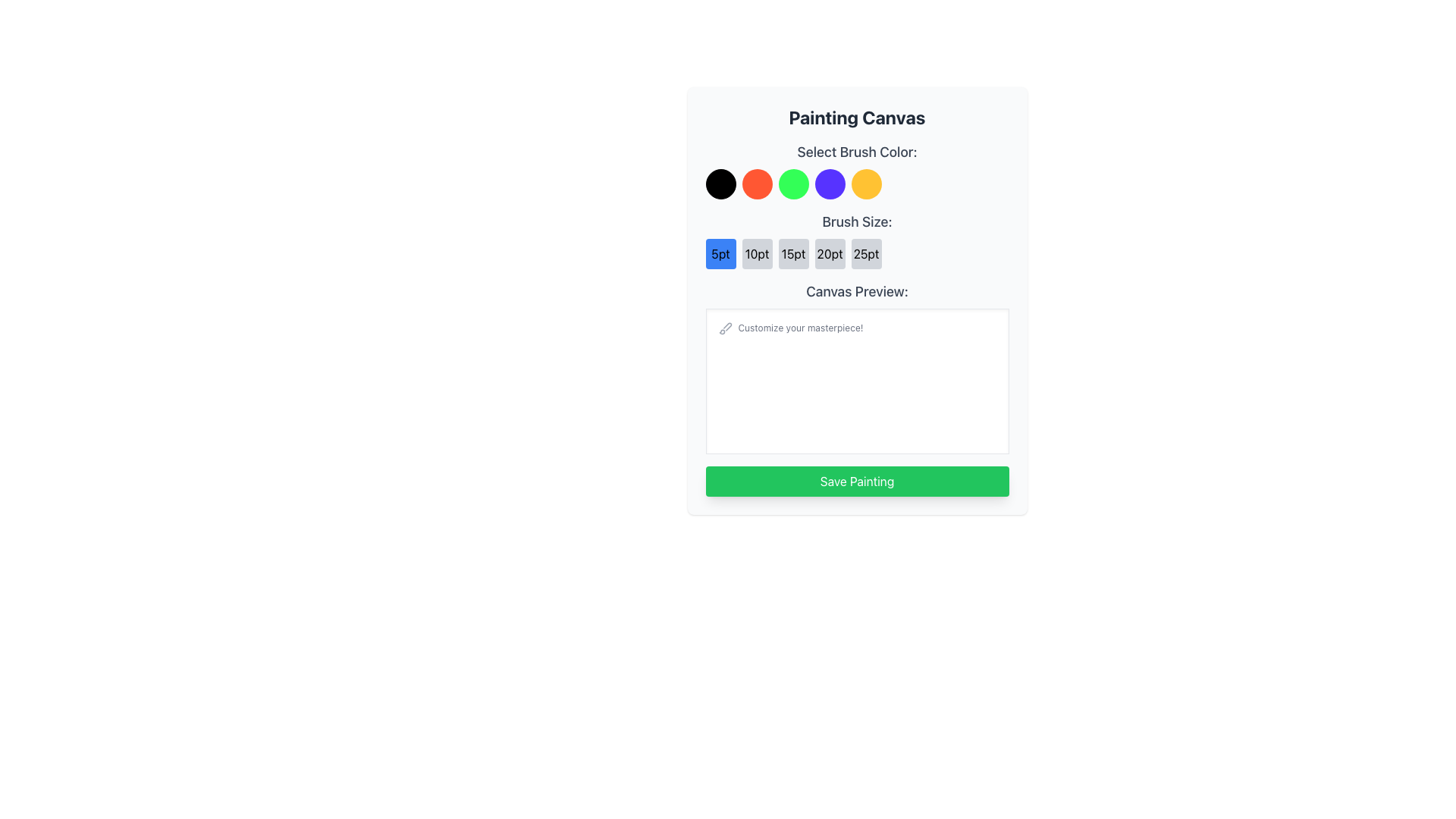 This screenshot has height=819, width=1456. What do you see at coordinates (857, 222) in the screenshot?
I see `the text label displaying 'Brush Size:' which is prominently shown in dark gray in the upper-middle section of the interface` at bounding box center [857, 222].